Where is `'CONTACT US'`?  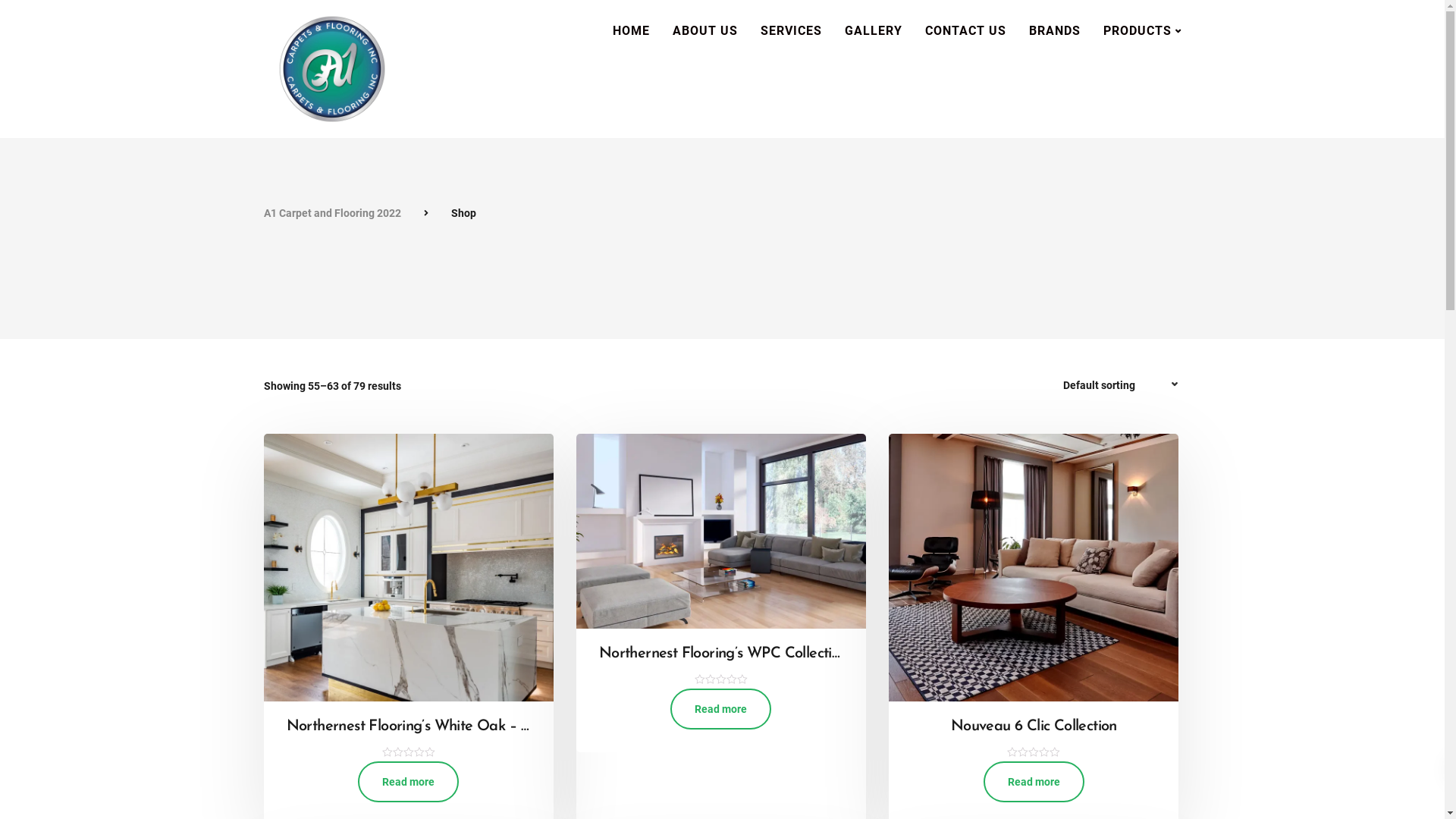 'CONTACT US' is located at coordinates (964, 31).